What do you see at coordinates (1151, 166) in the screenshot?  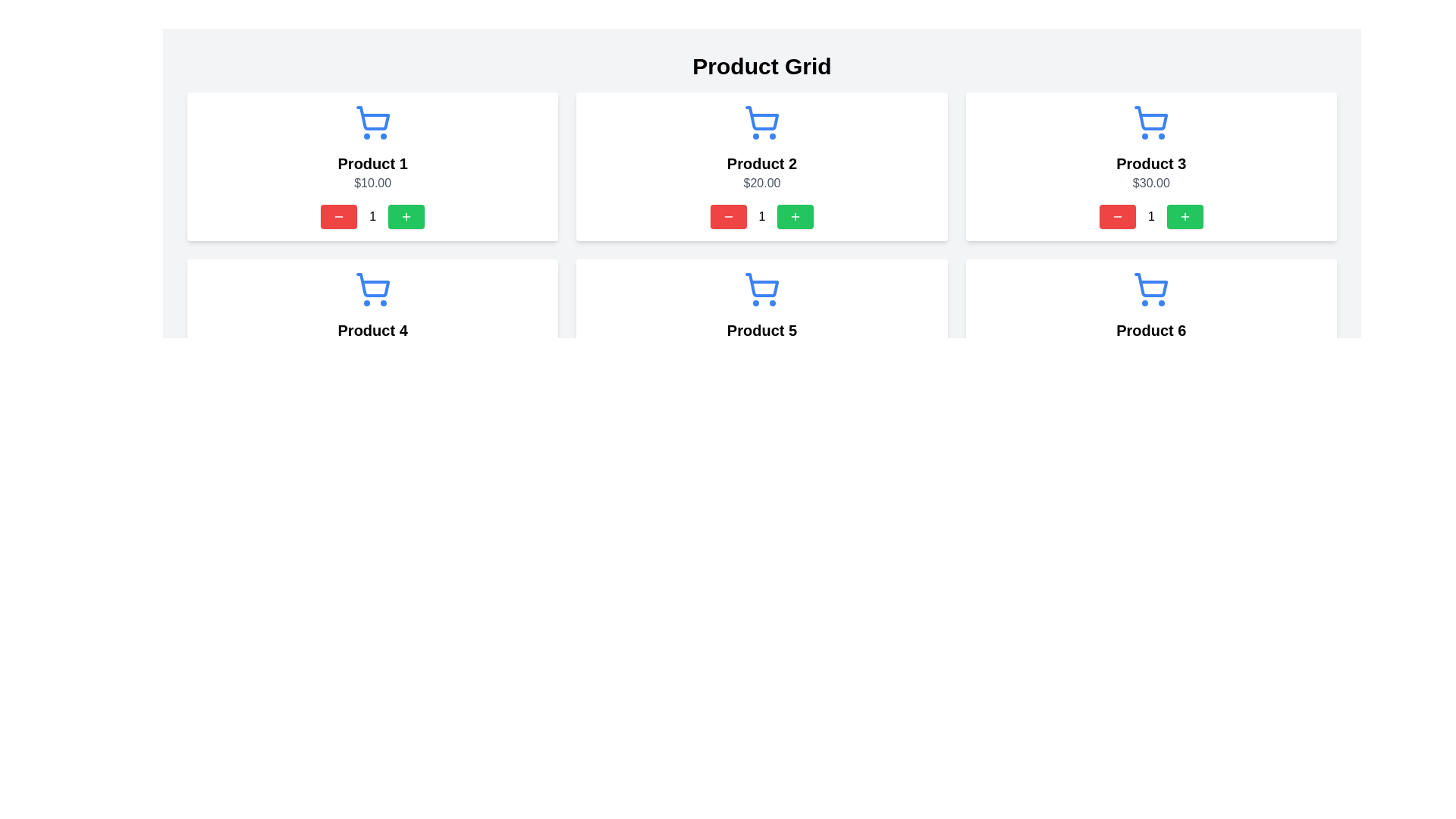 I see `the Product display card featuring 'Product 3', which includes a blue shopping cart icon at the top, the price '$30.00' in gray, and buttons for decrement and increment at the bottom` at bounding box center [1151, 166].